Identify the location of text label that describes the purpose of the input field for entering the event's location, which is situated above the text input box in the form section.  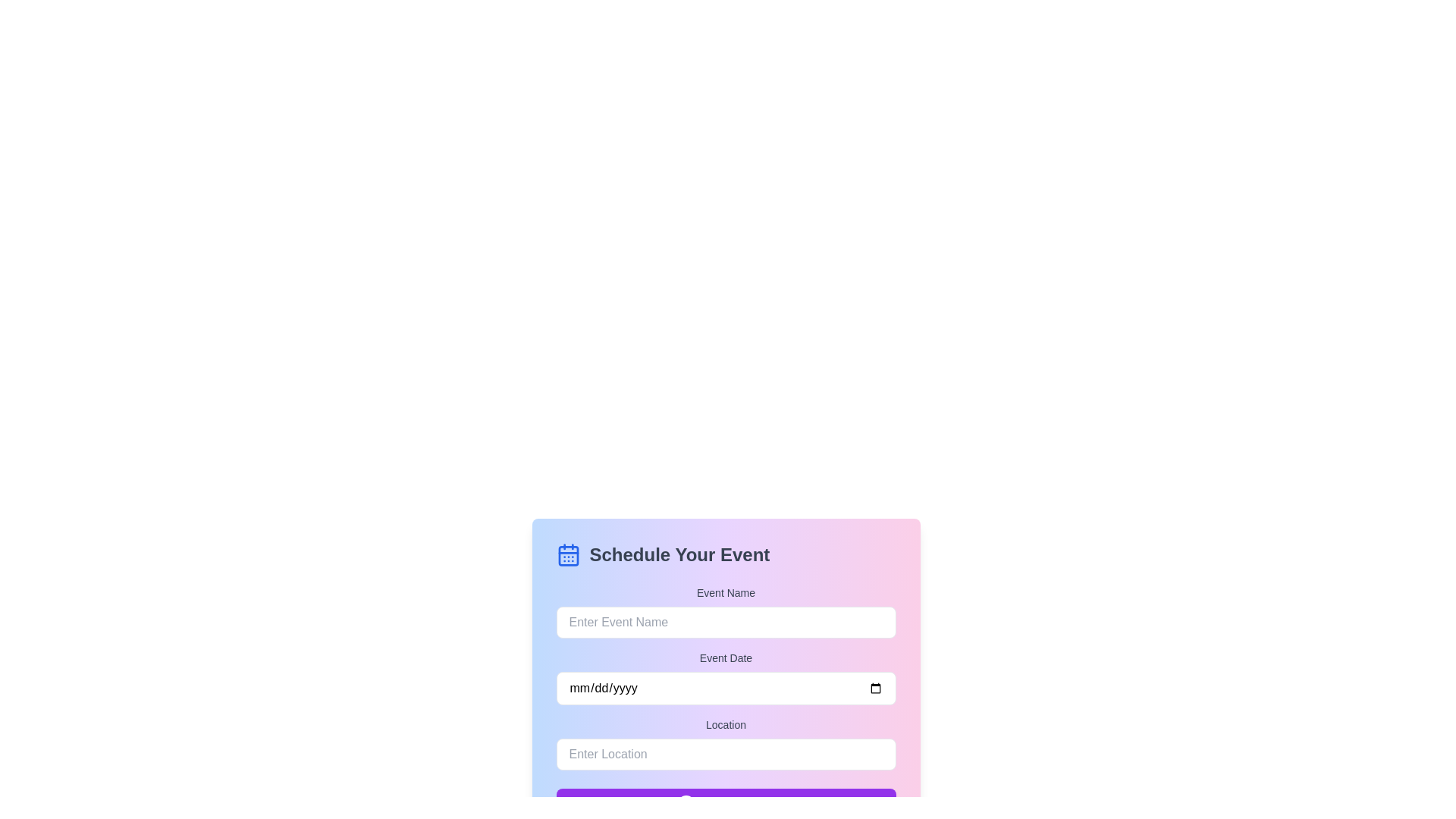
(725, 724).